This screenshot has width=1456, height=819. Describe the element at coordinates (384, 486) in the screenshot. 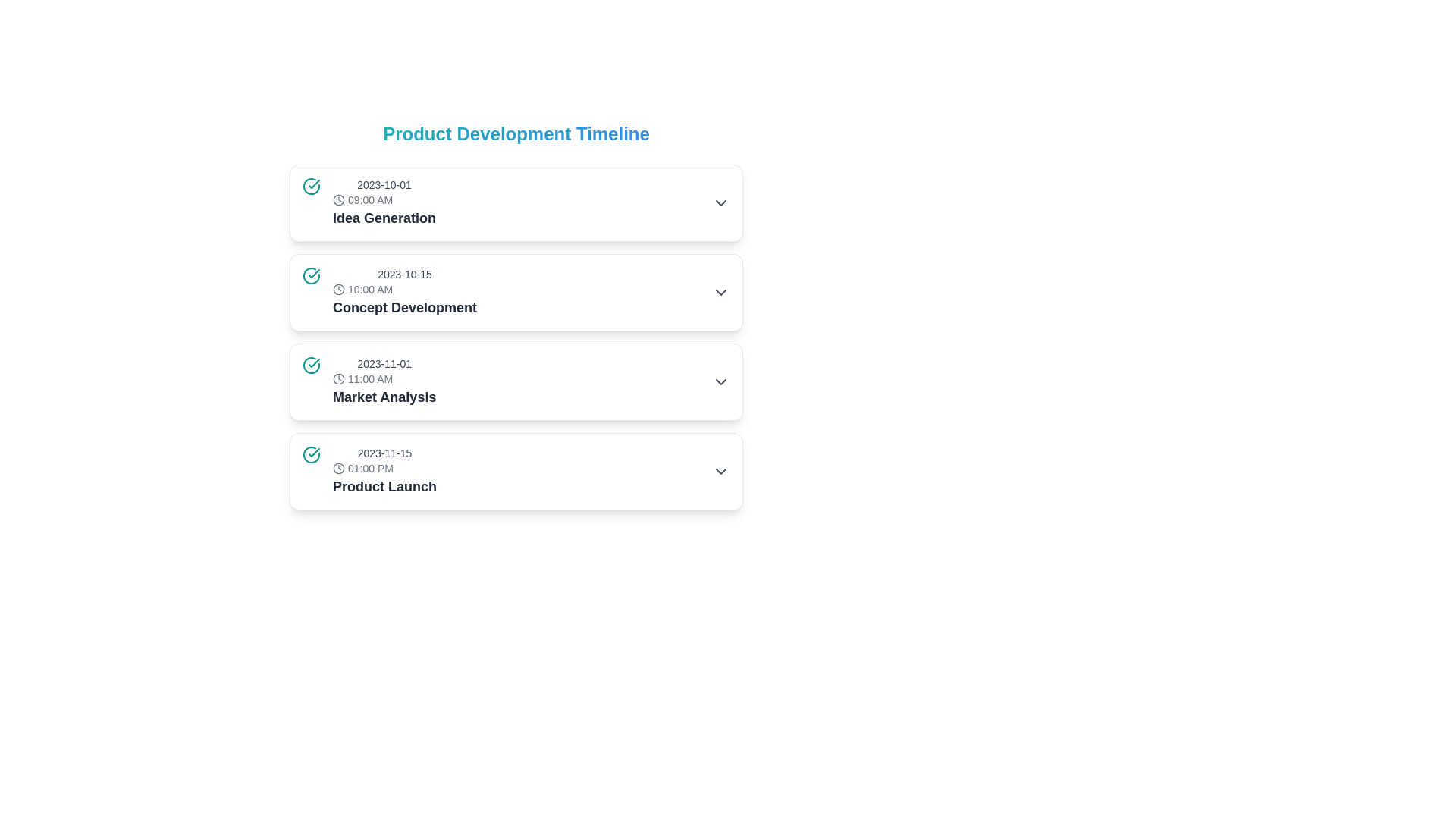

I see `the text label displaying 'Product Launch' in a bold font and dark gray color, which is the fourth item in a vertically aligned list of events` at that location.